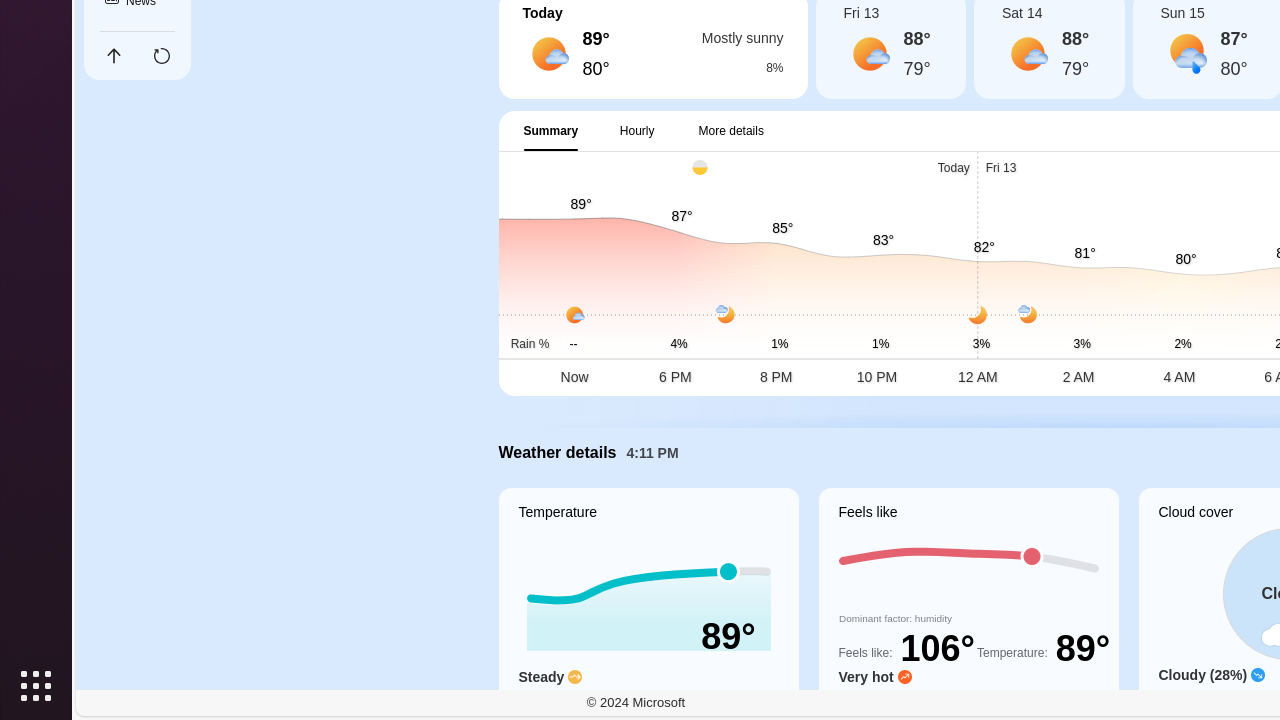  Describe the element at coordinates (112, 55) in the screenshot. I see `'Back to top'` at that location.